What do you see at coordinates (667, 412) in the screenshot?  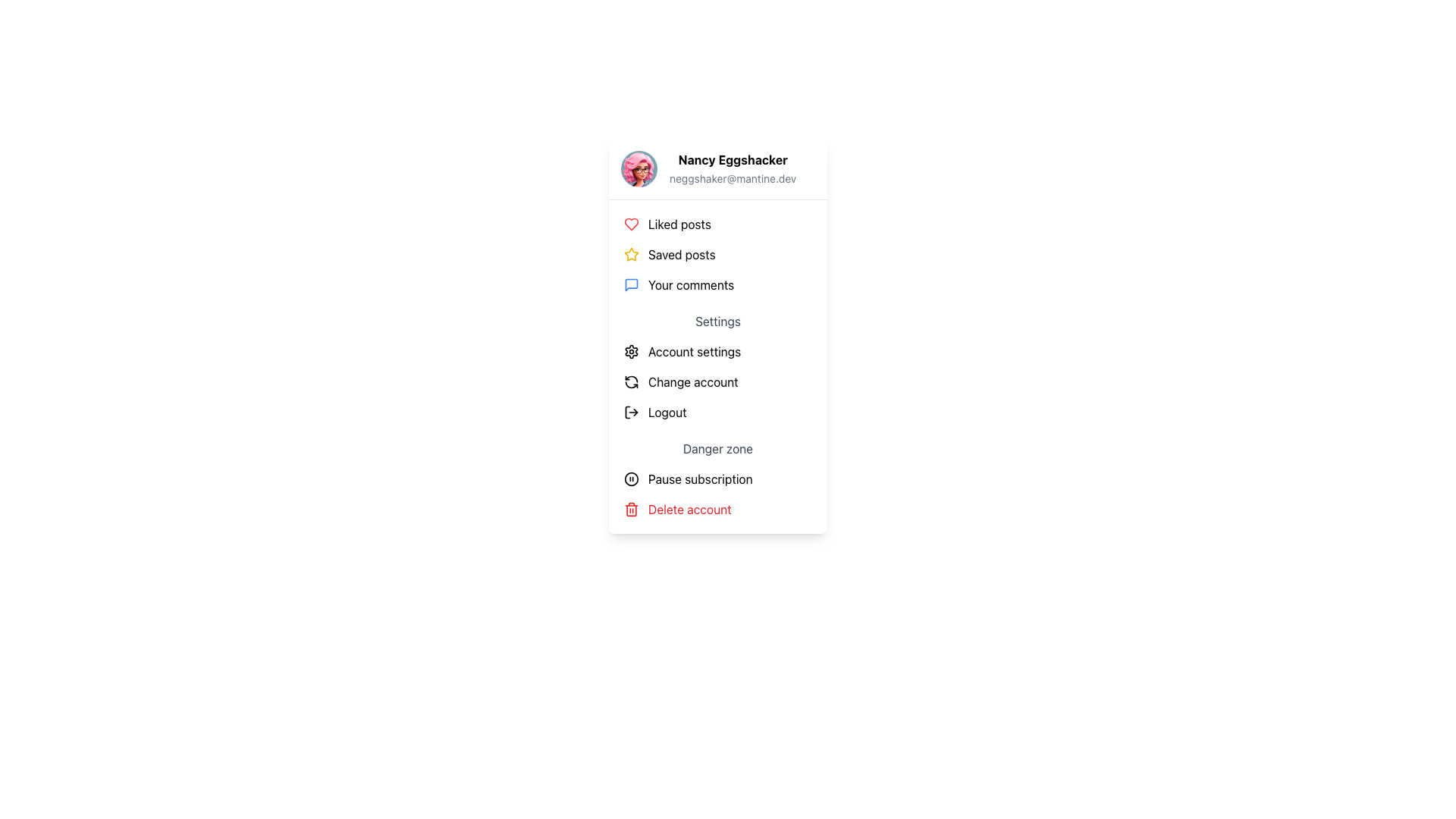 I see `the 'Logout' label in the vertical menu that indicates the functionality of logging out, positioned between 'Change account' and 'Danger zone'` at bounding box center [667, 412].